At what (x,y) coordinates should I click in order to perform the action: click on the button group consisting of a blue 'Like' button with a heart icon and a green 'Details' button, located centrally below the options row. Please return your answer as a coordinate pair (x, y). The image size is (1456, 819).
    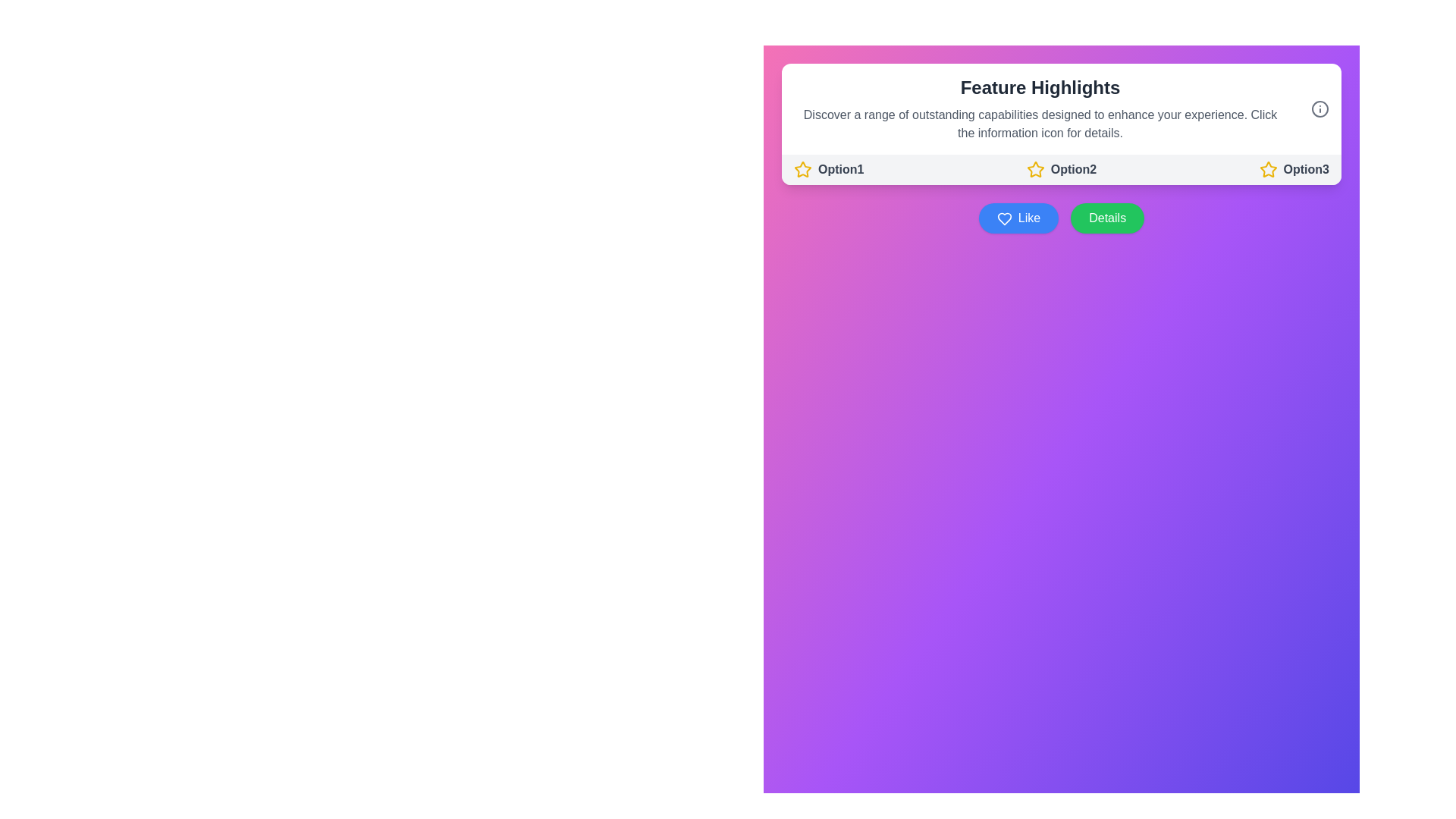
    Looking at the image, I should click on (1061, 218).